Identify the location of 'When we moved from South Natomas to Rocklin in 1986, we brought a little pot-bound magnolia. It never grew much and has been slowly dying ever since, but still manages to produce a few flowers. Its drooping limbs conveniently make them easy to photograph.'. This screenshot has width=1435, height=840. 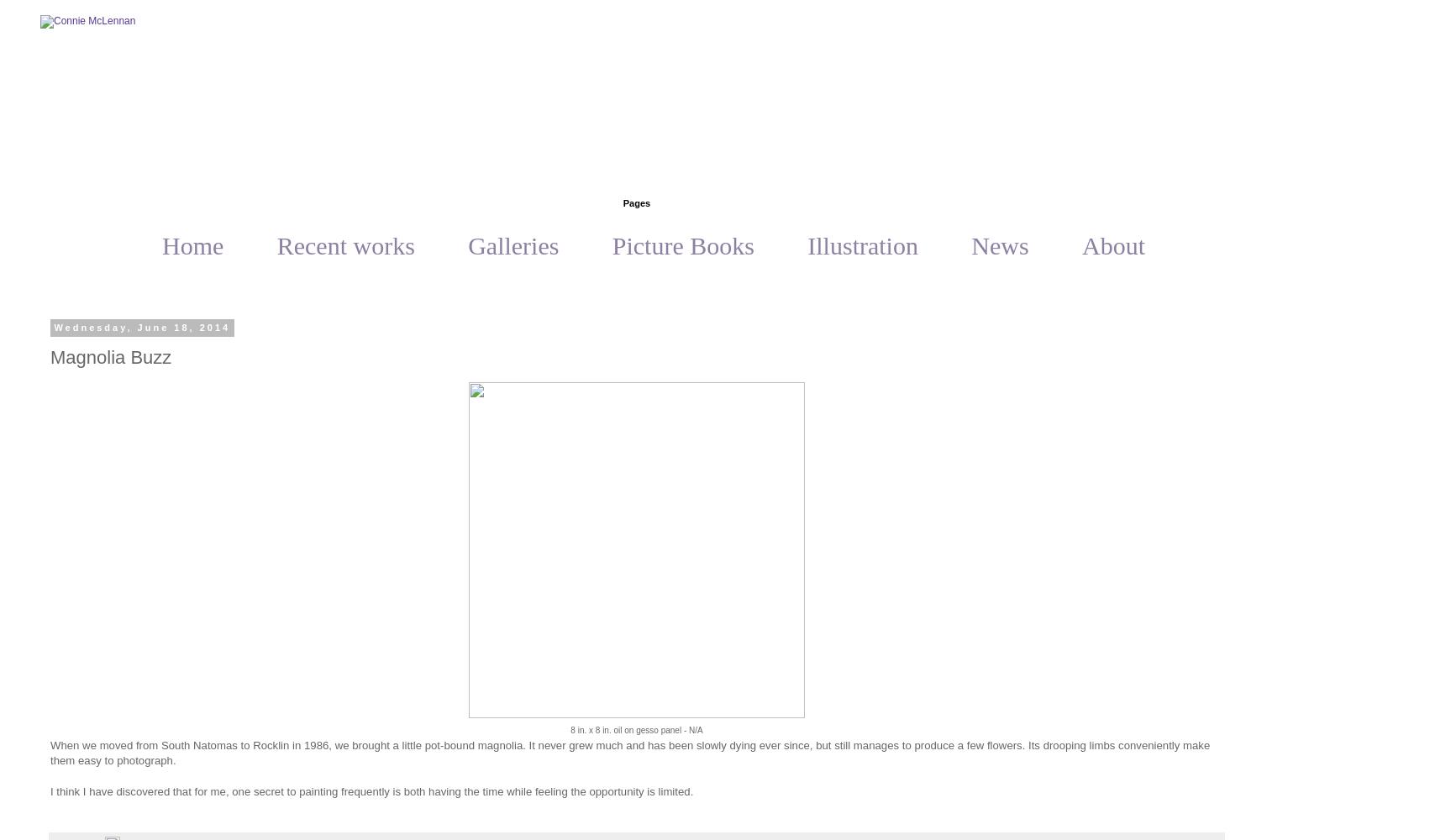
(629, 753).